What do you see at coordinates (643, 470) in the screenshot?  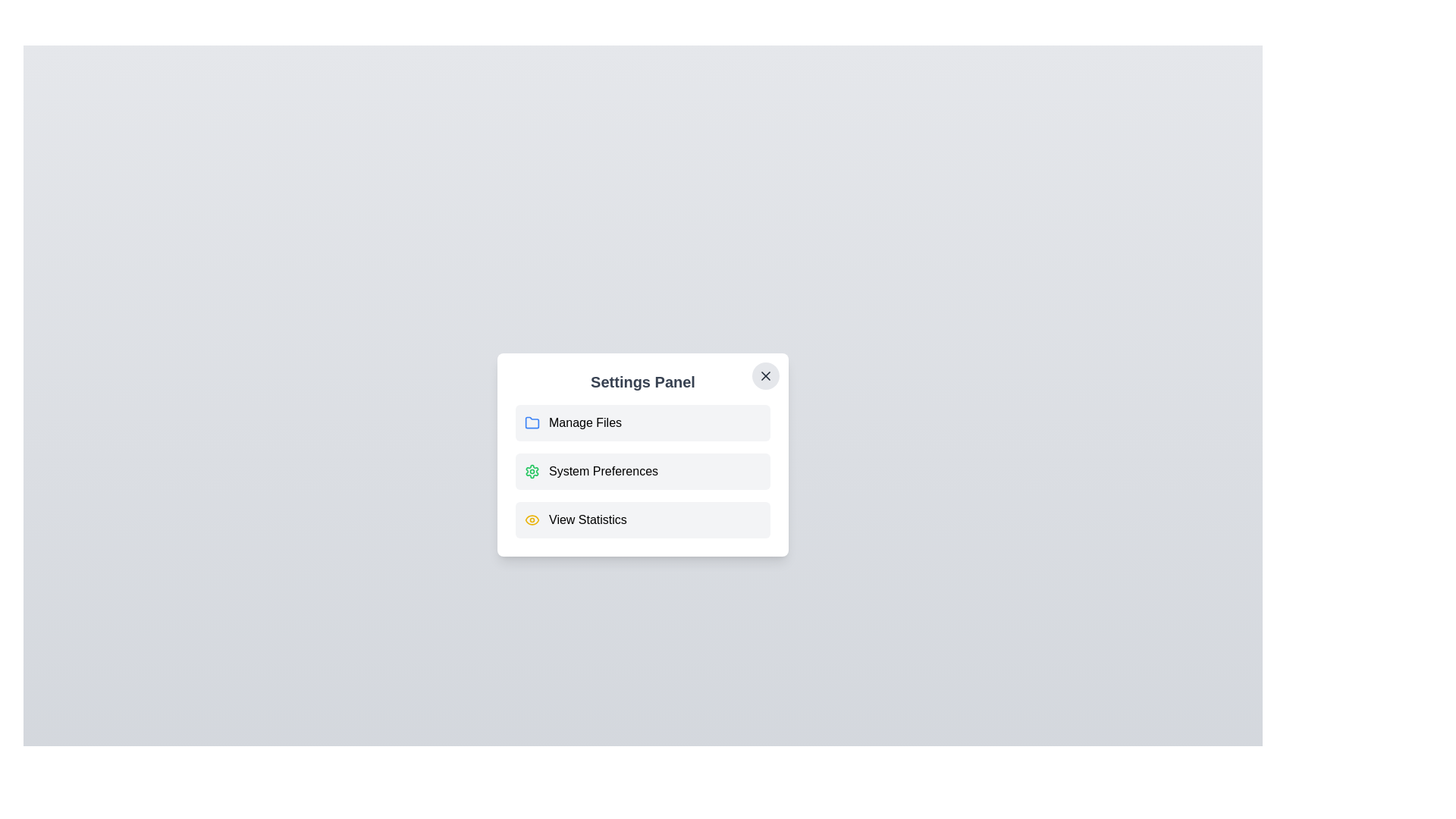 I see `the middle item labeled 'System Preferences' in the interactive list within the 'Settings Panel' modal` at bounding box center [643, 470].